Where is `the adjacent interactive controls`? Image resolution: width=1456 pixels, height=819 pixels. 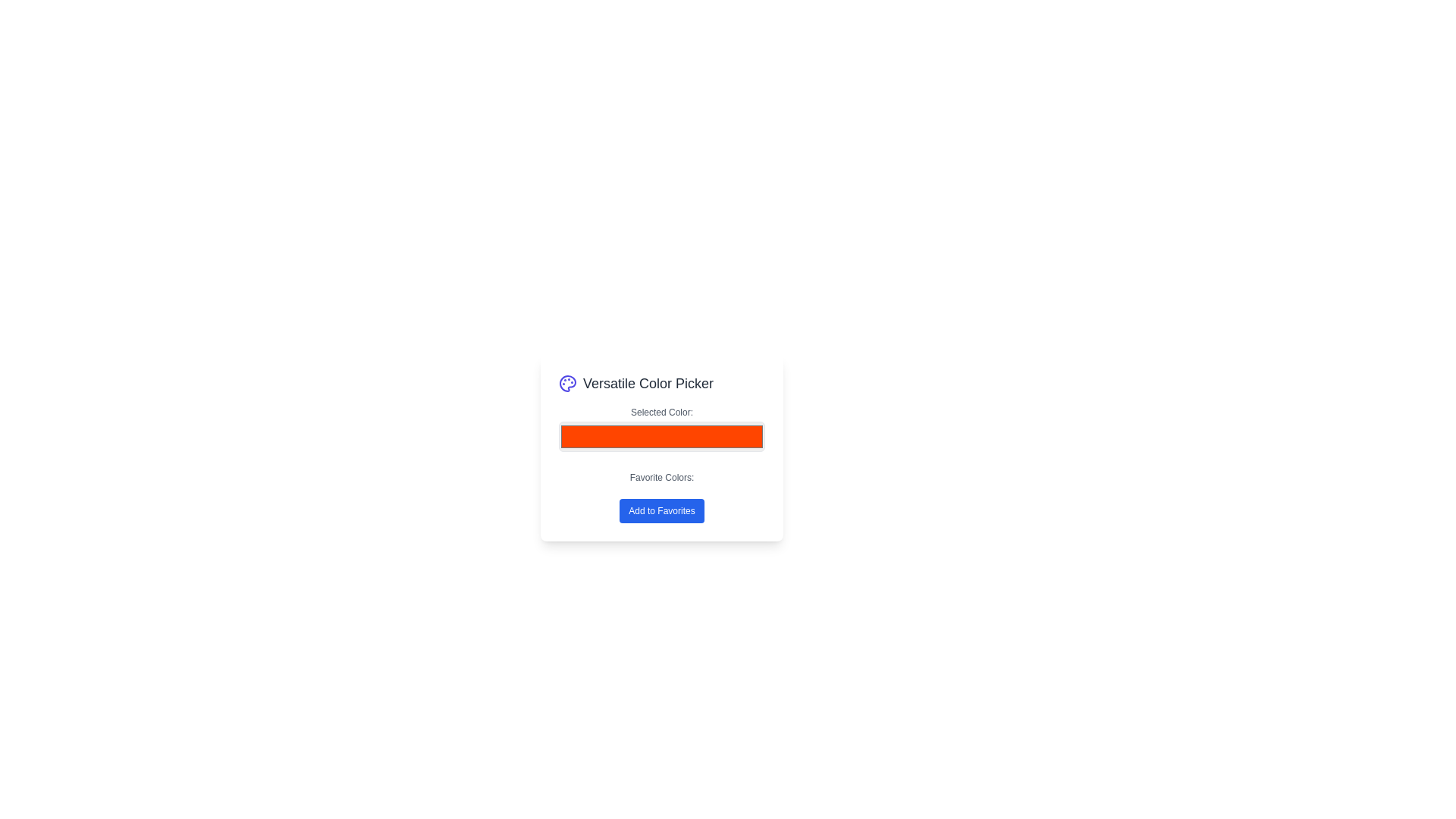 the adjacent interactive controls is located at coordinates (662, 430).